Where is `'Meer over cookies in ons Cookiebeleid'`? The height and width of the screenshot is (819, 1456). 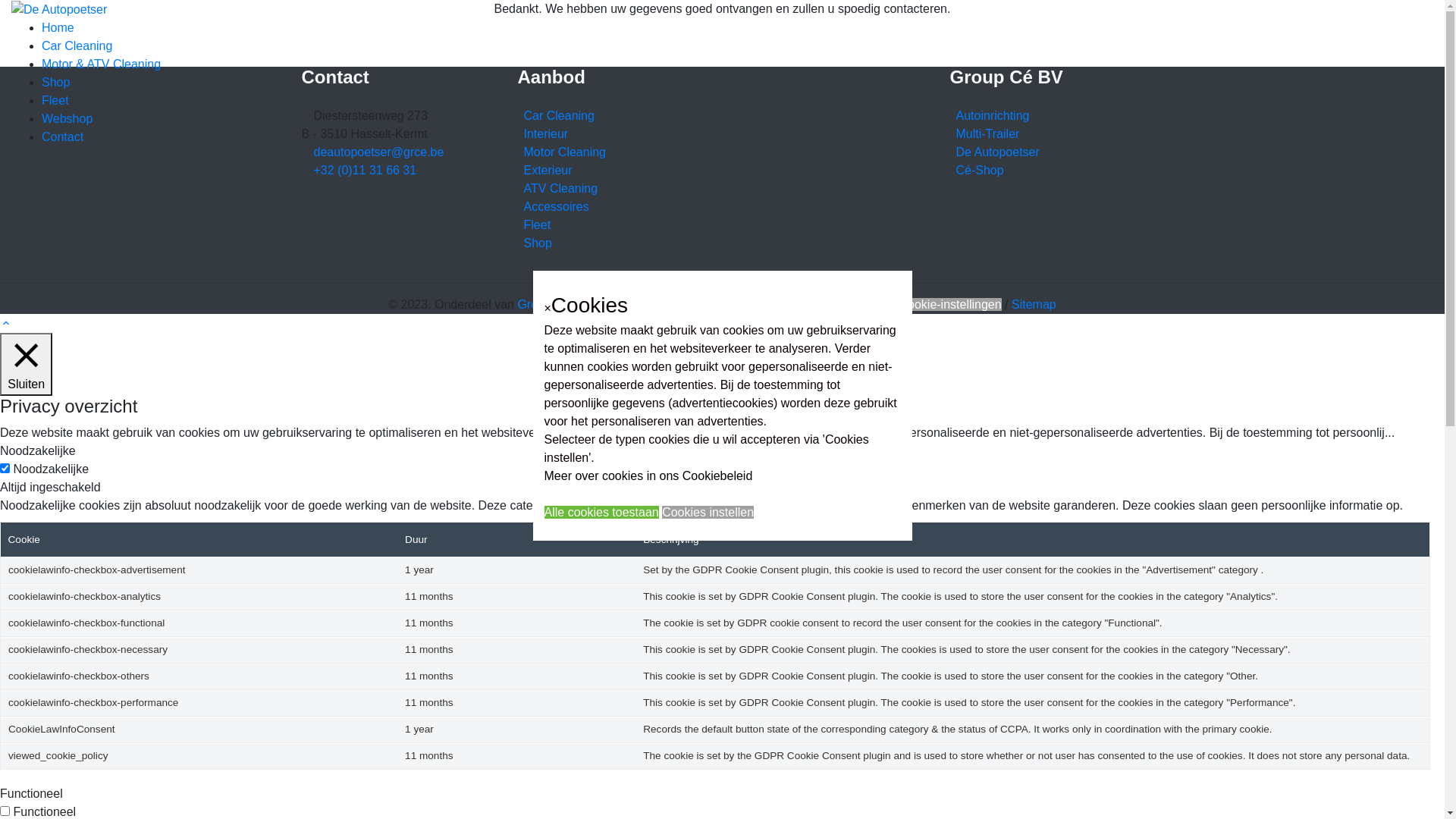
'Meer over cookies in ons Cookiebeleid' is located at coordinates (648, 475).